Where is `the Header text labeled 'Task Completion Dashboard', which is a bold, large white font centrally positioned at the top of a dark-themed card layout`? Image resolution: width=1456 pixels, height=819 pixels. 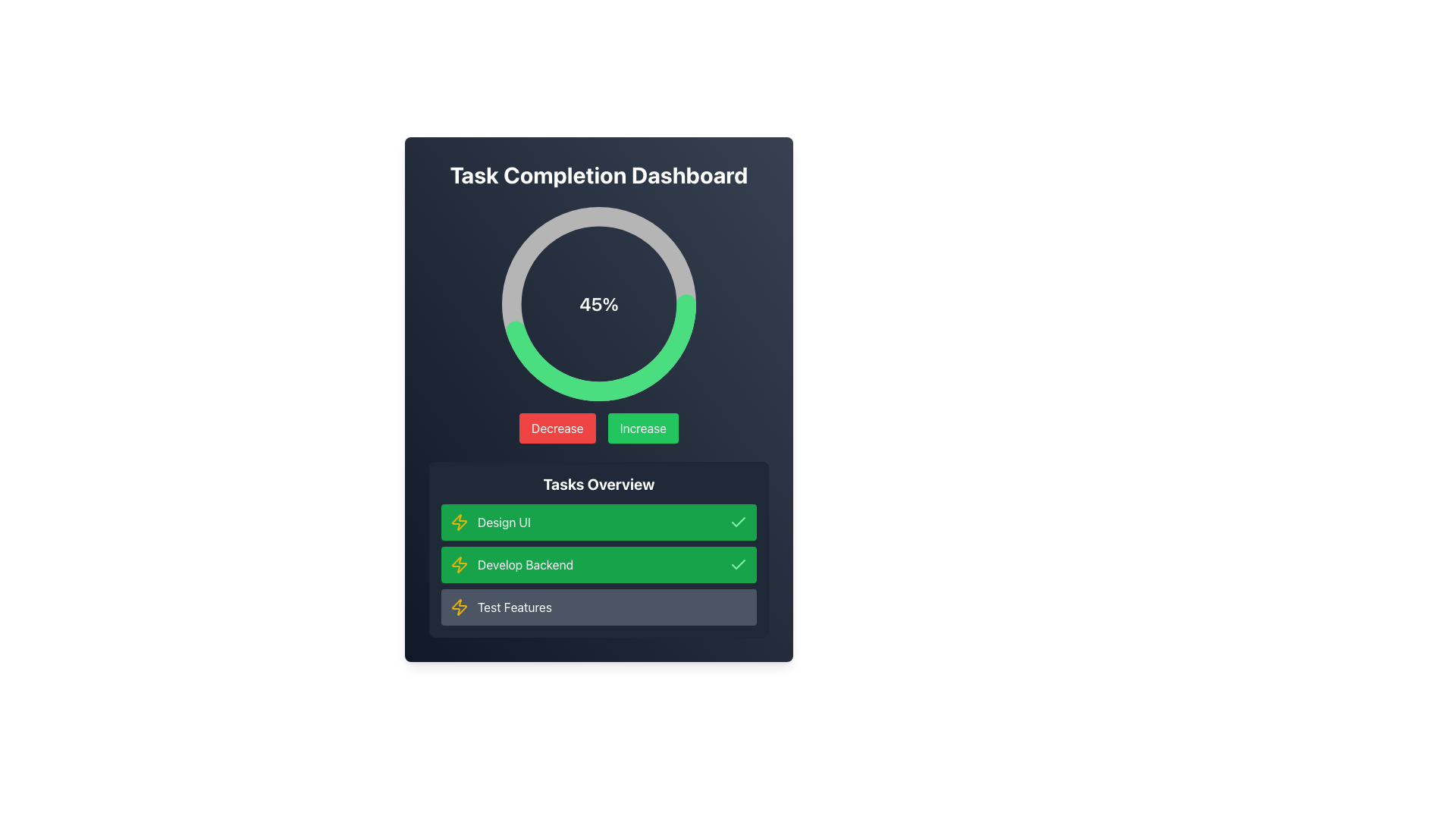
the Header text labeled 'Task Completion Dashboard', which is a bold, large white font centrally positioned at the top of a dark-themed card layout is located at coordinates (598, 174).